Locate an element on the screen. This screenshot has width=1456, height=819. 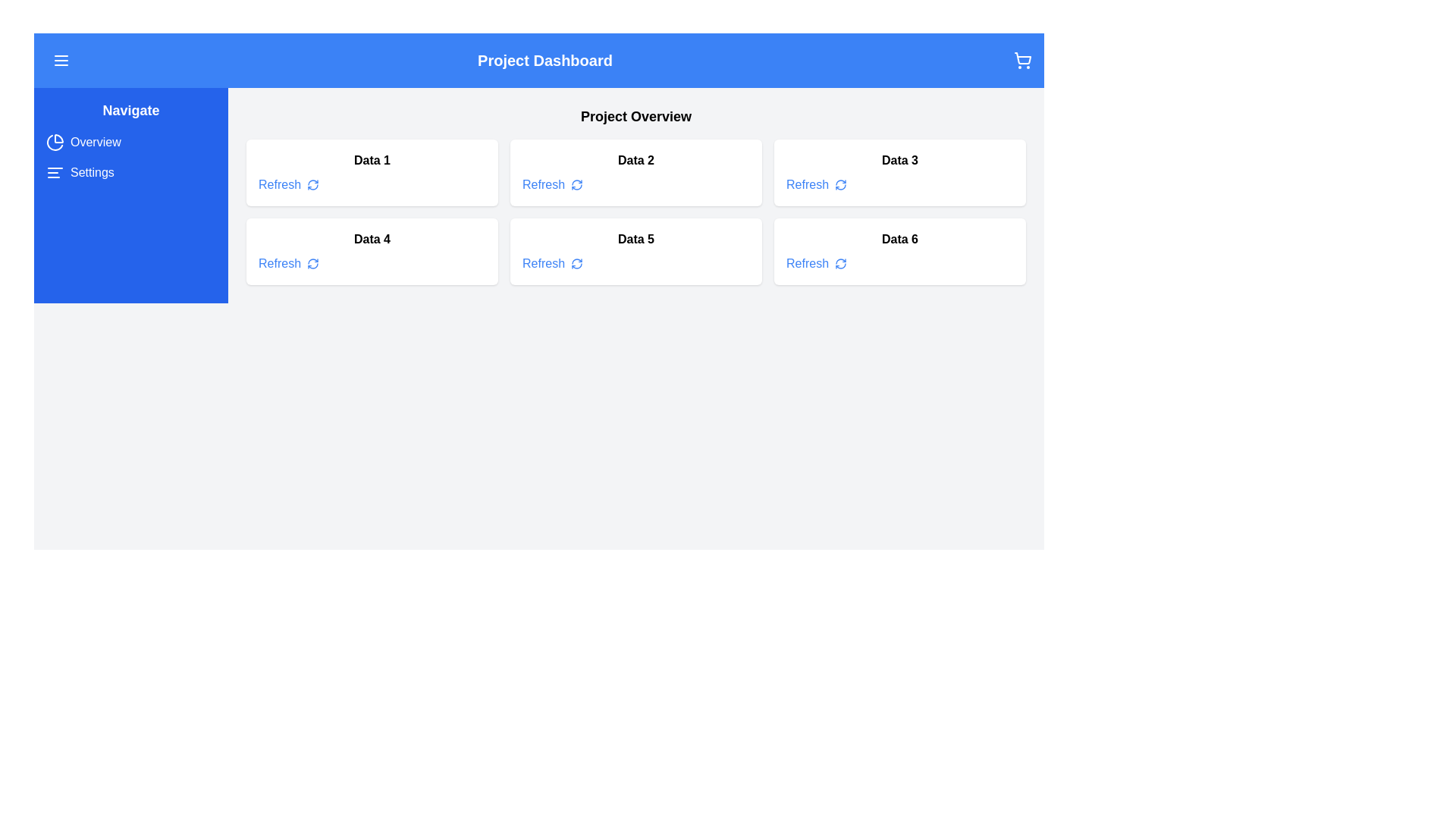
the 'Navigate' header text element, which is styled with a larger font size and bold weight, located at the top of a blue sidebar is located at coordinates (130, 110).